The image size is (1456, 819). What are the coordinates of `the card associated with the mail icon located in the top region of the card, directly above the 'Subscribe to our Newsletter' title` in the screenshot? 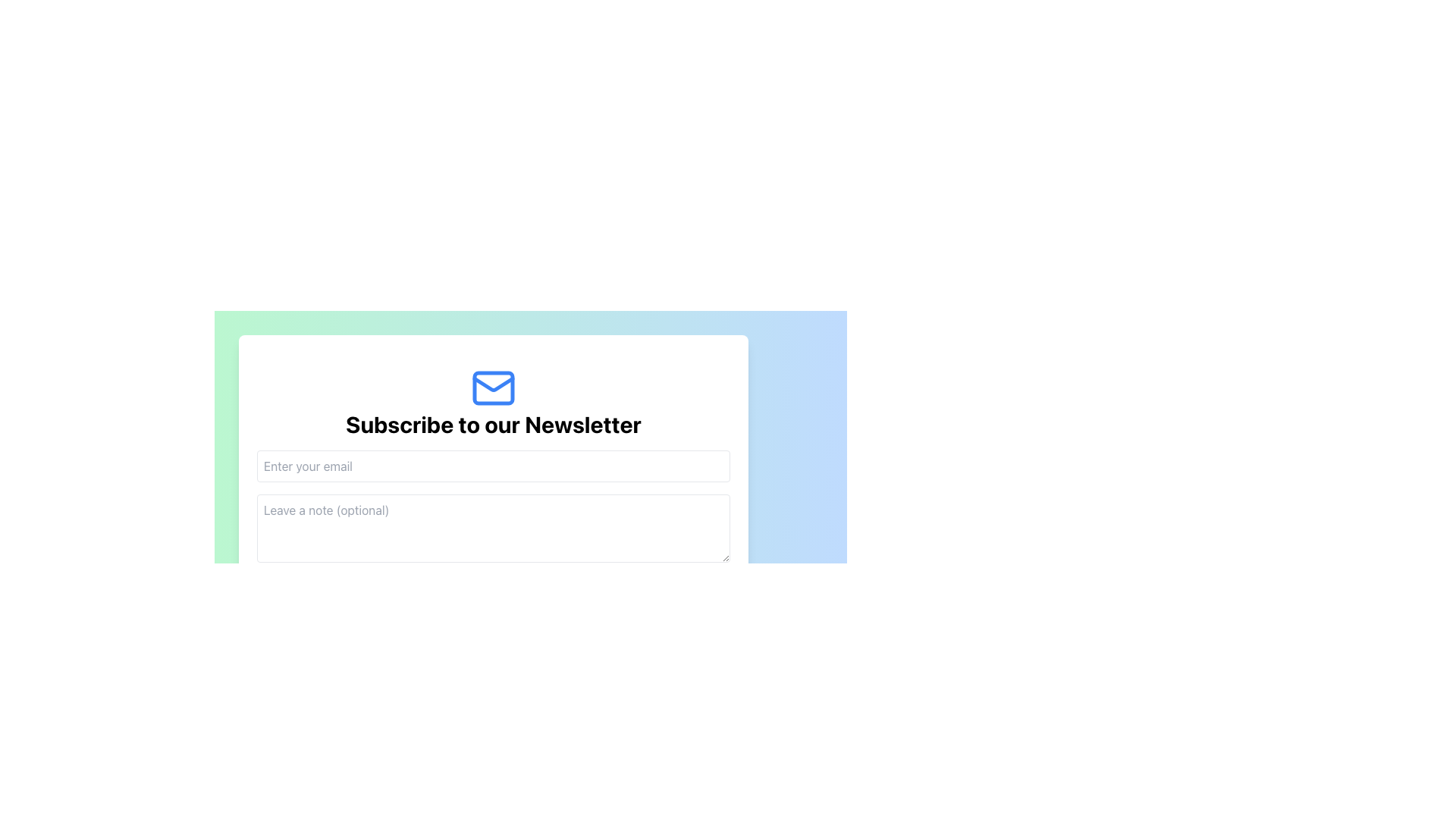 It's located at (494, 382).